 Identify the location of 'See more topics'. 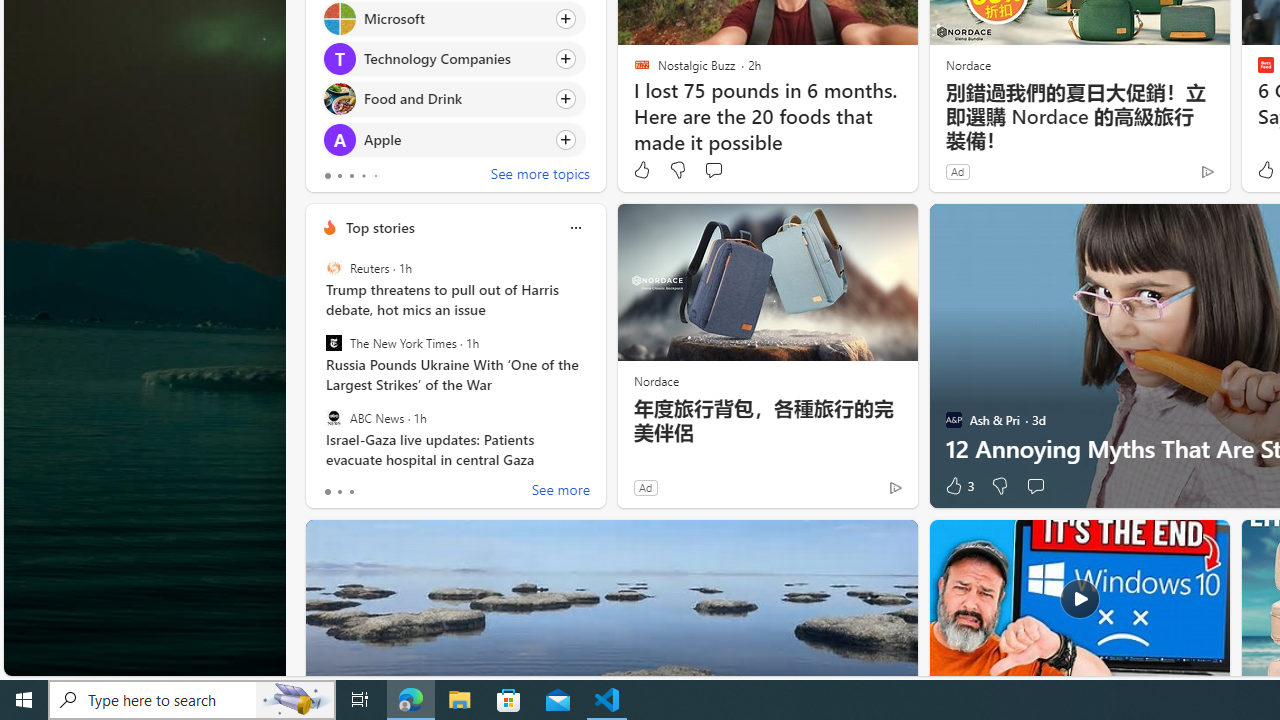
(540, 175).